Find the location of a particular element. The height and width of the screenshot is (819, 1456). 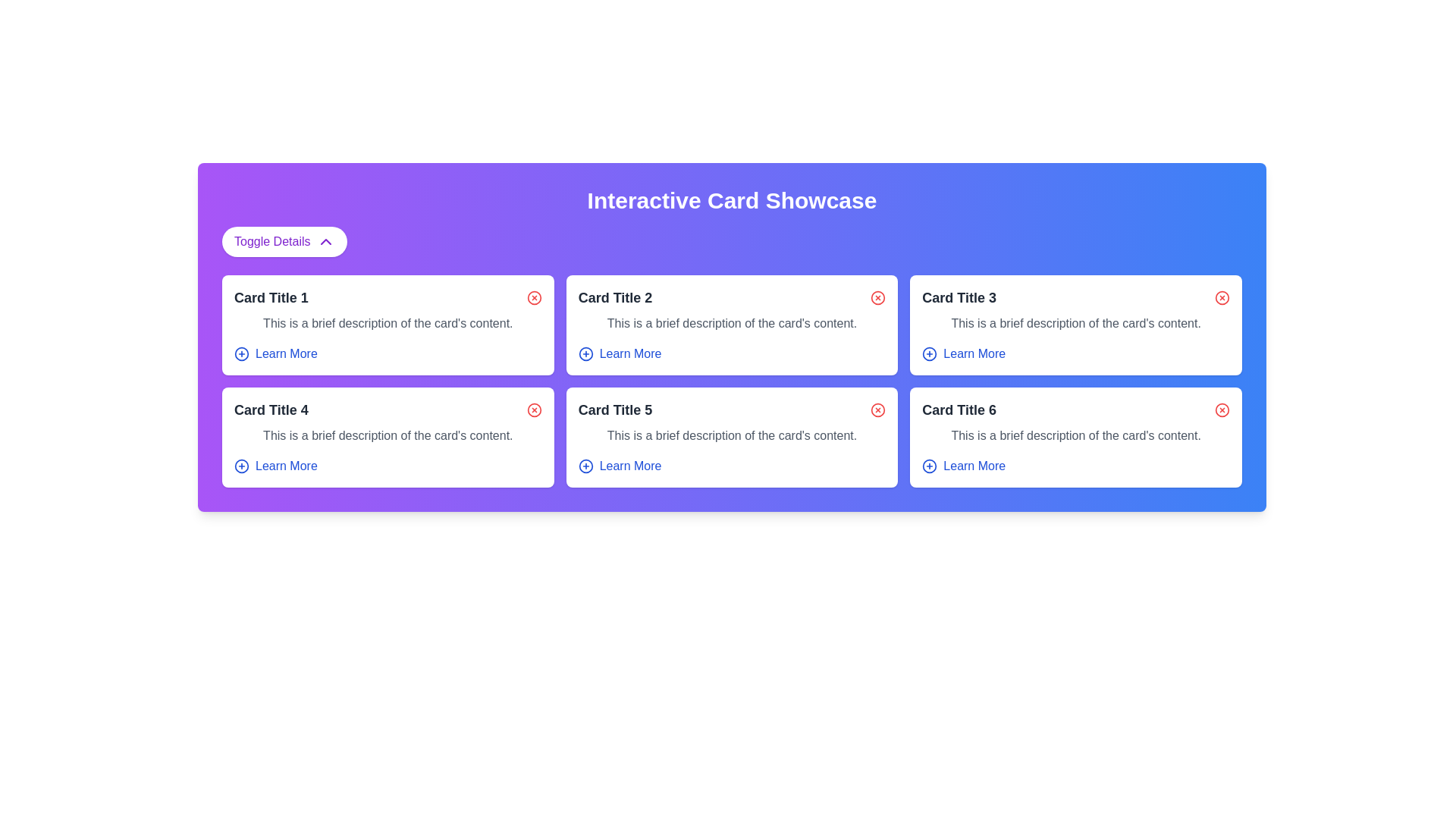

the text block containing 'This is a brief description of the card's content.' which is located inside 'Card Title 6' in the bottom-right corner of the grid layout is located at coordinates (1075, 435).